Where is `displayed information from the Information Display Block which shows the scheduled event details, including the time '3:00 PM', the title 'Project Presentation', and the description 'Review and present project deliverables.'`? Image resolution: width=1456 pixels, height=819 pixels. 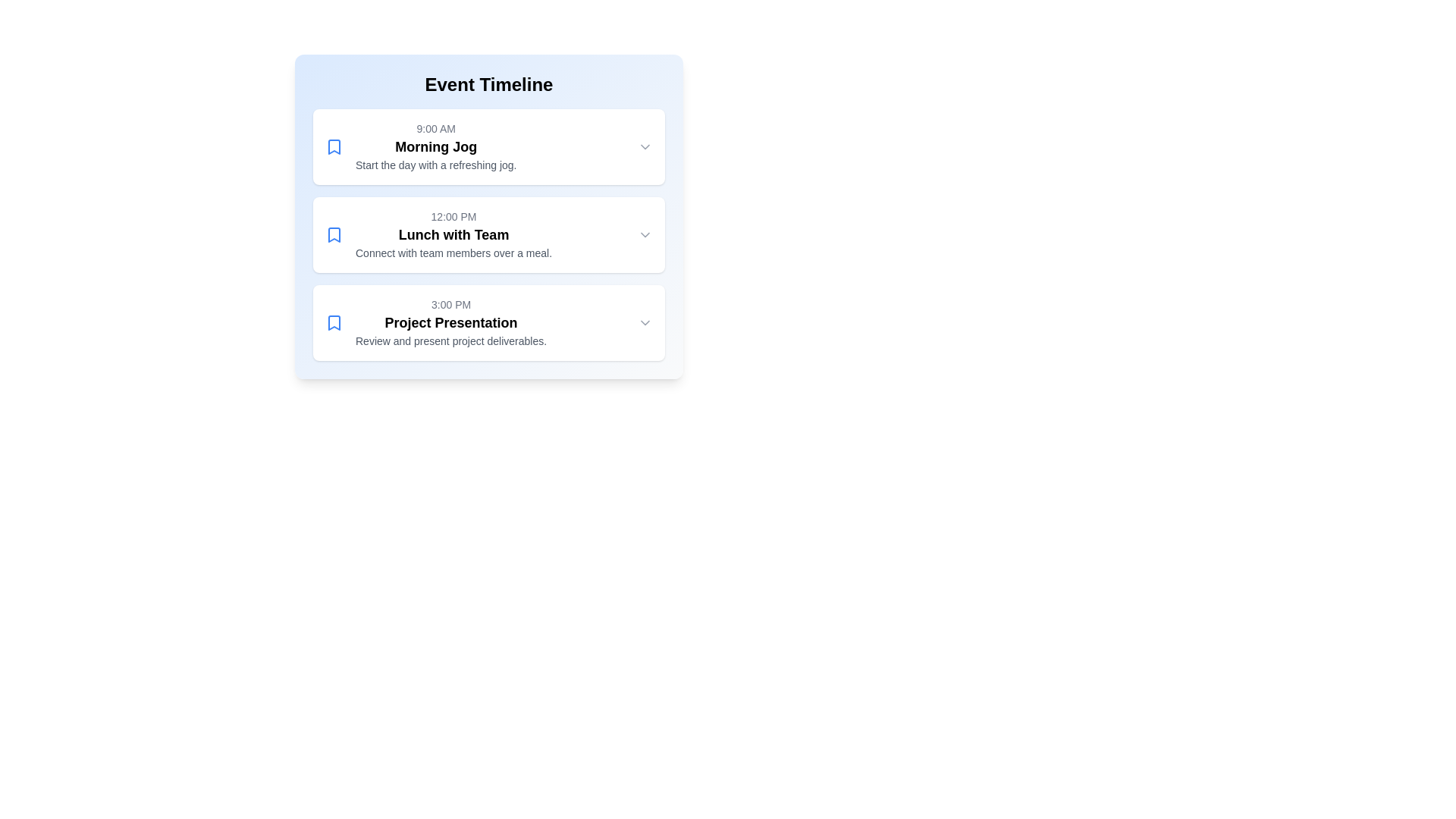 displayed information from the Information Display Block which shows the scheduled event details, including the time '3:00 PM', the title 'Project Presentation', and the description 'Review and present project deliverables.' is located at coordinates (450, 322).